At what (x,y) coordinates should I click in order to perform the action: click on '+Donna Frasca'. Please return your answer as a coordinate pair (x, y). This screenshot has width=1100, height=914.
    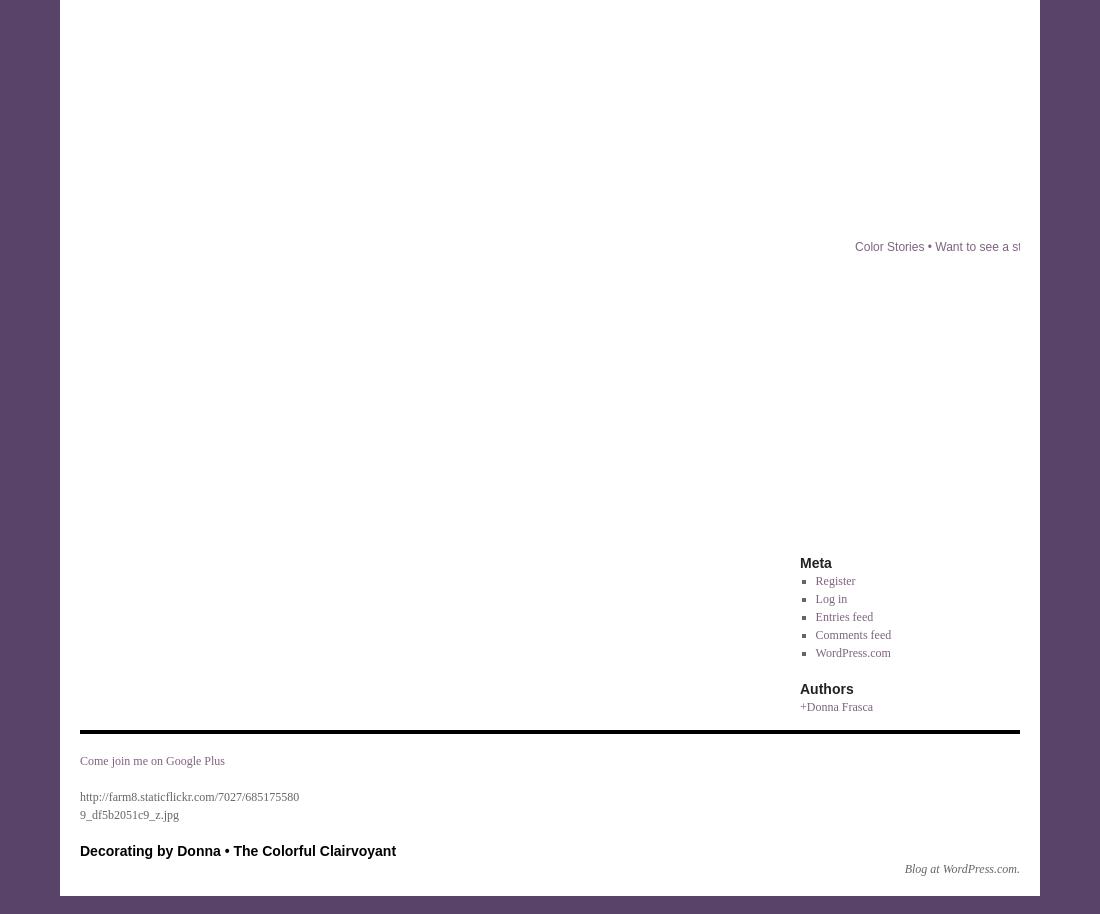
    Looking at the image, I should click on (800, 705).